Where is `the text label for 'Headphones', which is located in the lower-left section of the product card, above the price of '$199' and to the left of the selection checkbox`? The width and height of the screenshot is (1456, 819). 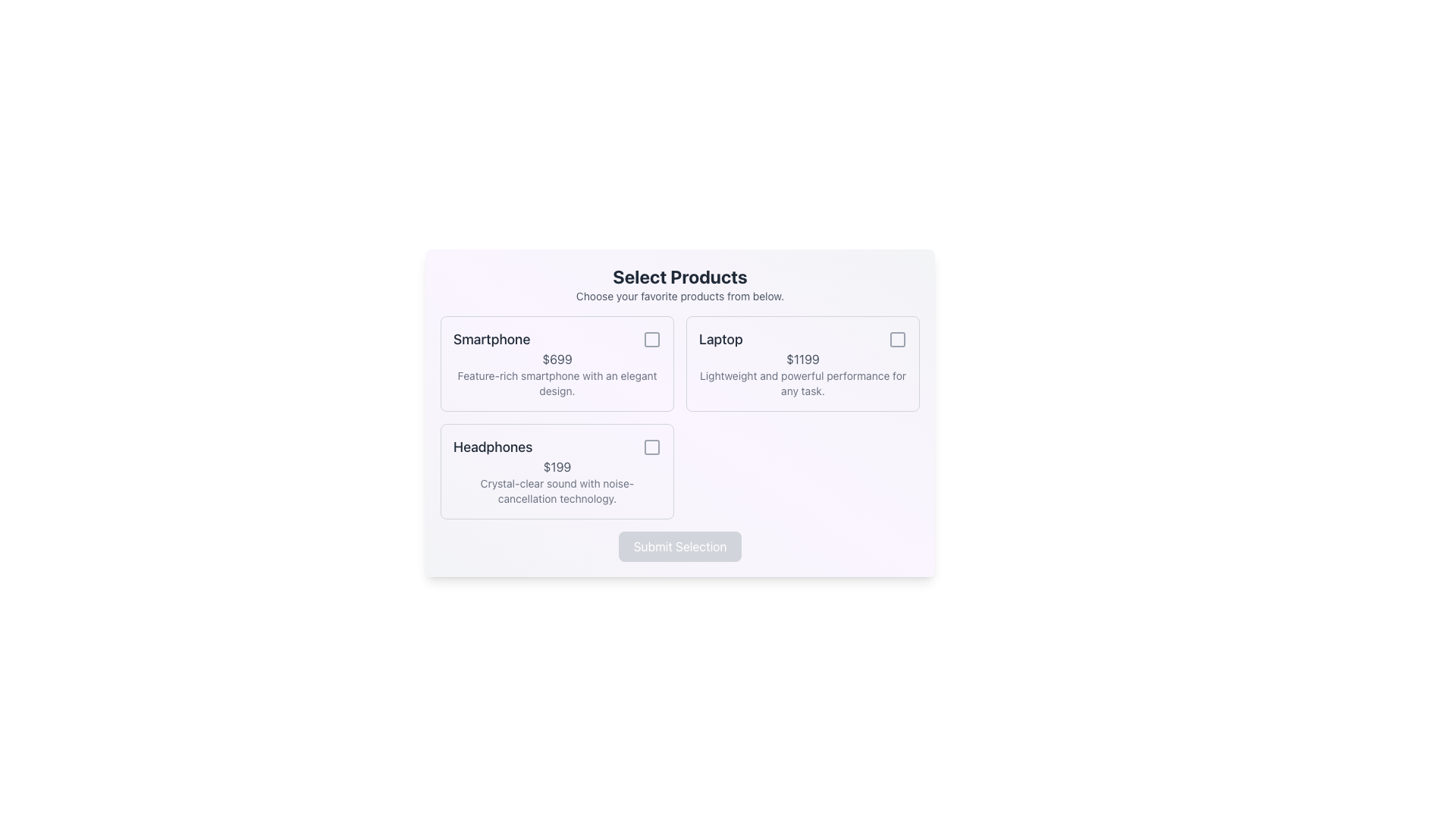
the text label for 'Headphones', which is located in the lower-left section of the product card, above the price of '$199' and to the left of the selection checkbox is located at coordinates (493, 447).